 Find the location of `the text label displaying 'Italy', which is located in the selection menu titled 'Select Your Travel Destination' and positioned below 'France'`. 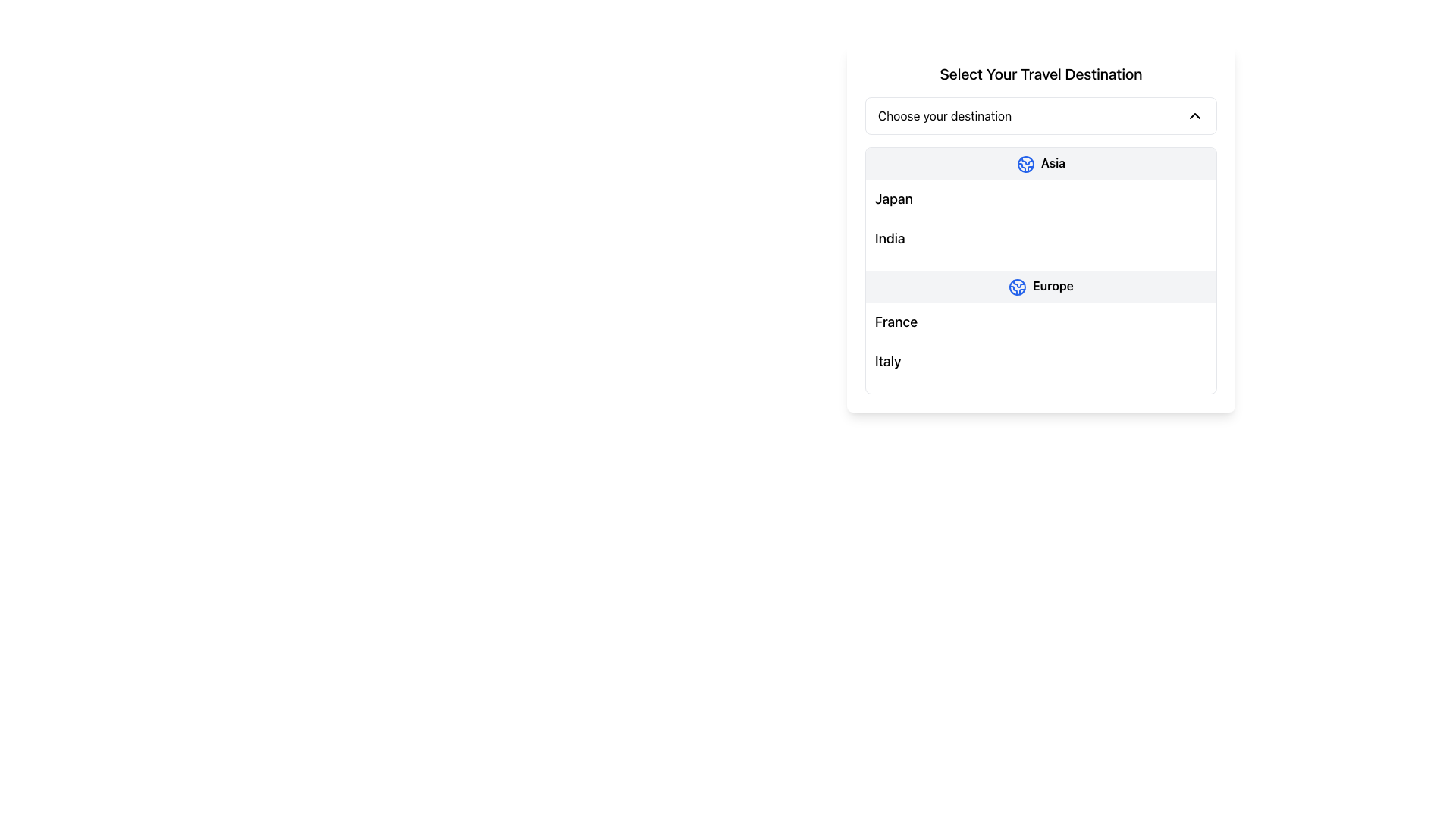

the text label displaying 'Italy', which is located in the selection menu titled 'Select Your Travel Destination' and positioned below 'France' is located at coordinates (888, 361).